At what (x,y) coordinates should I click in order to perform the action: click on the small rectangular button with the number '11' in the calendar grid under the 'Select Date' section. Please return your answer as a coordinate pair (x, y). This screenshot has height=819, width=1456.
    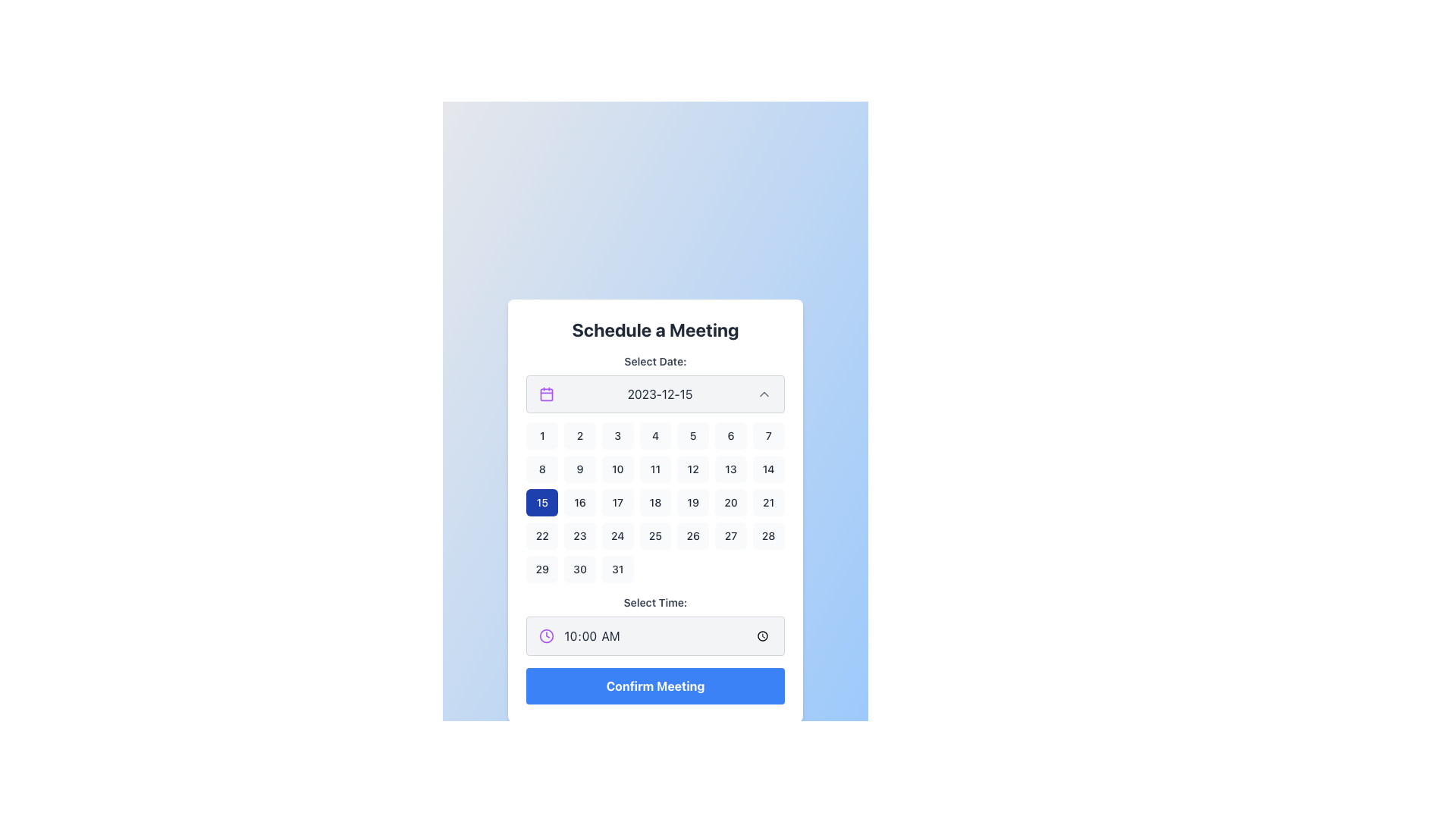
    Looking at the image, I should click on (655, 468).